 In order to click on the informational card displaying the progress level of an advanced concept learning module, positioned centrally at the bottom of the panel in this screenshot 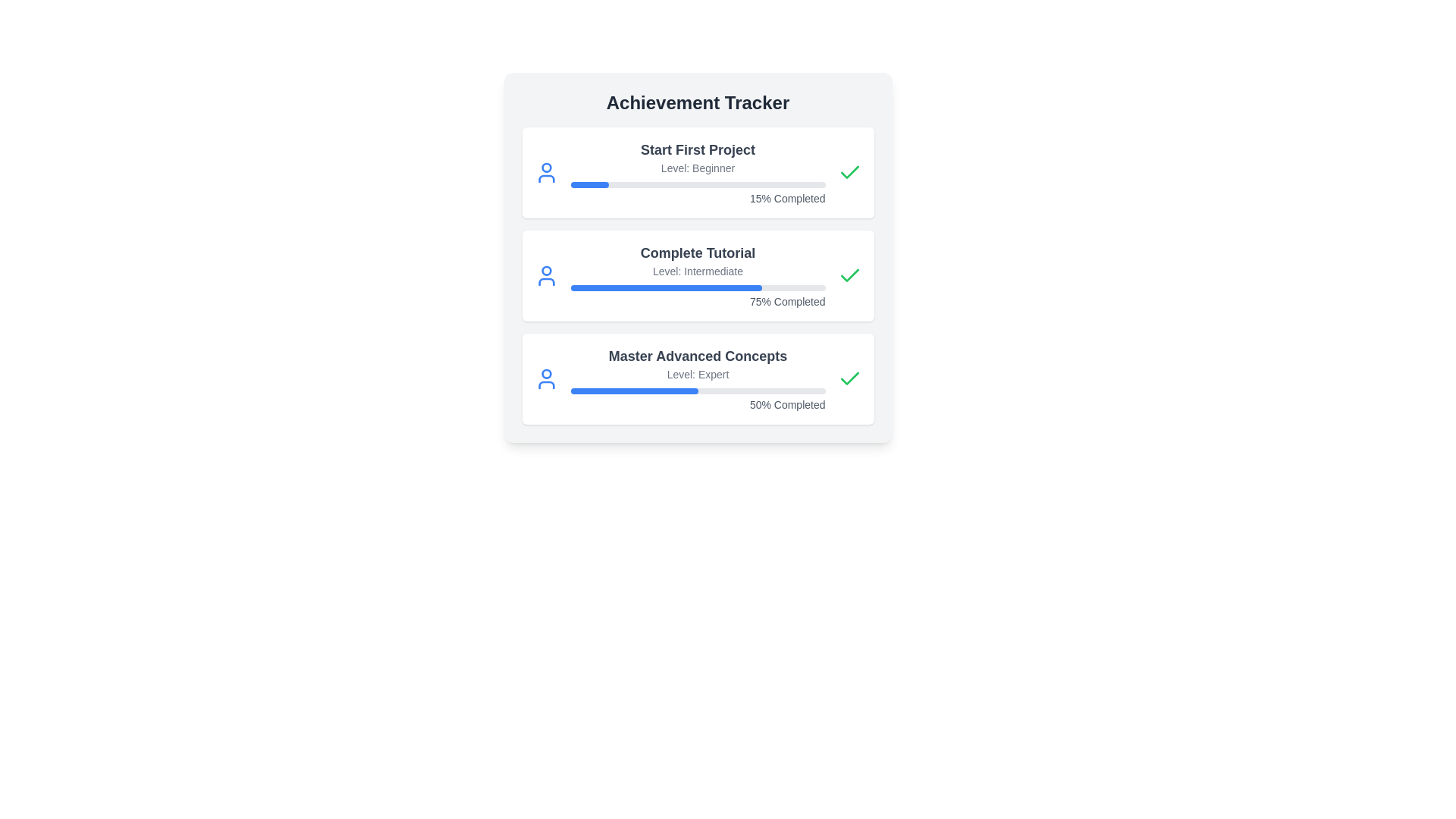, I will do `click(697, 378)`.